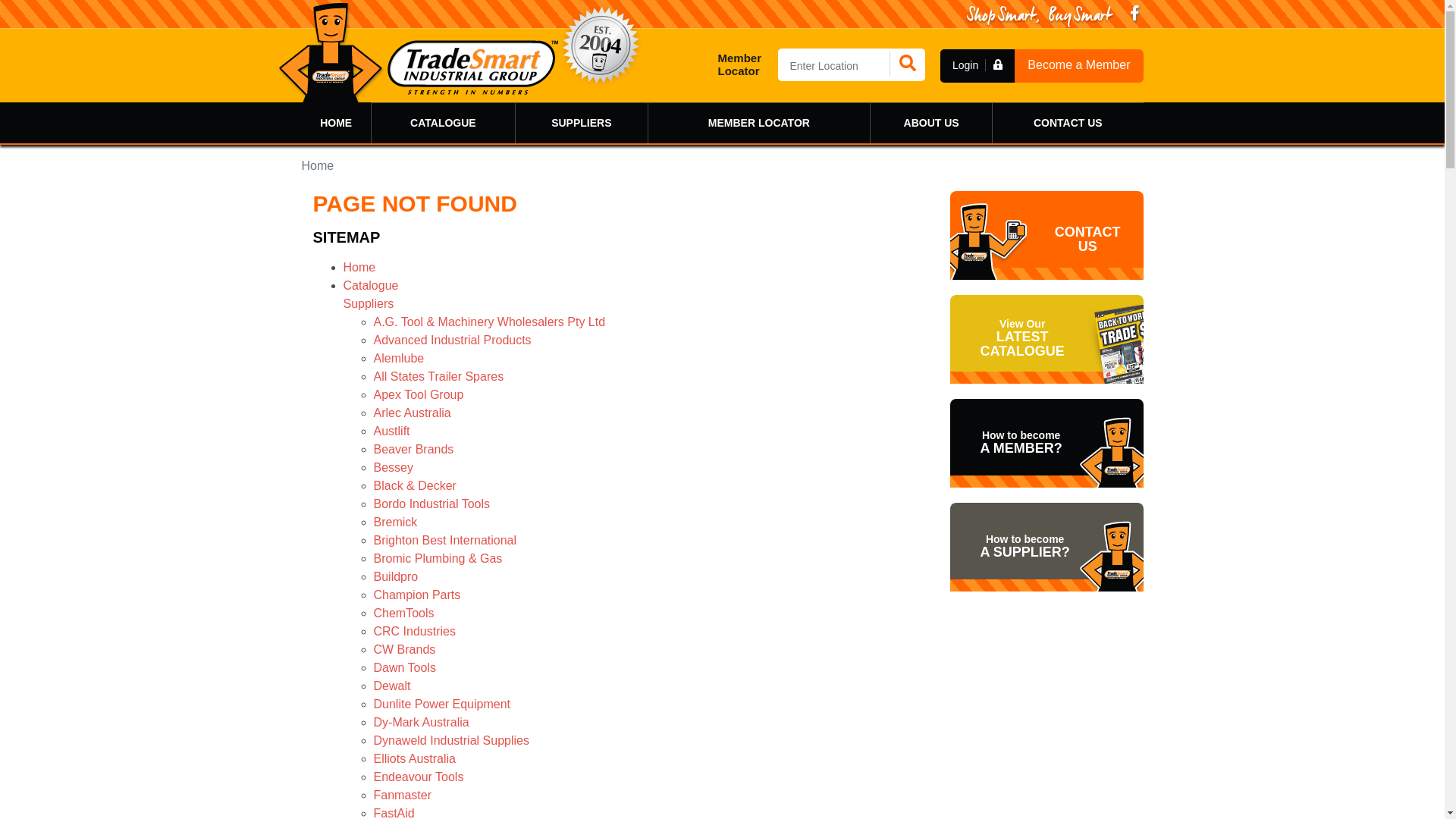  Describe the element at coordinates (335, 122) in the screenshot. I see `'HOME'` at that location.